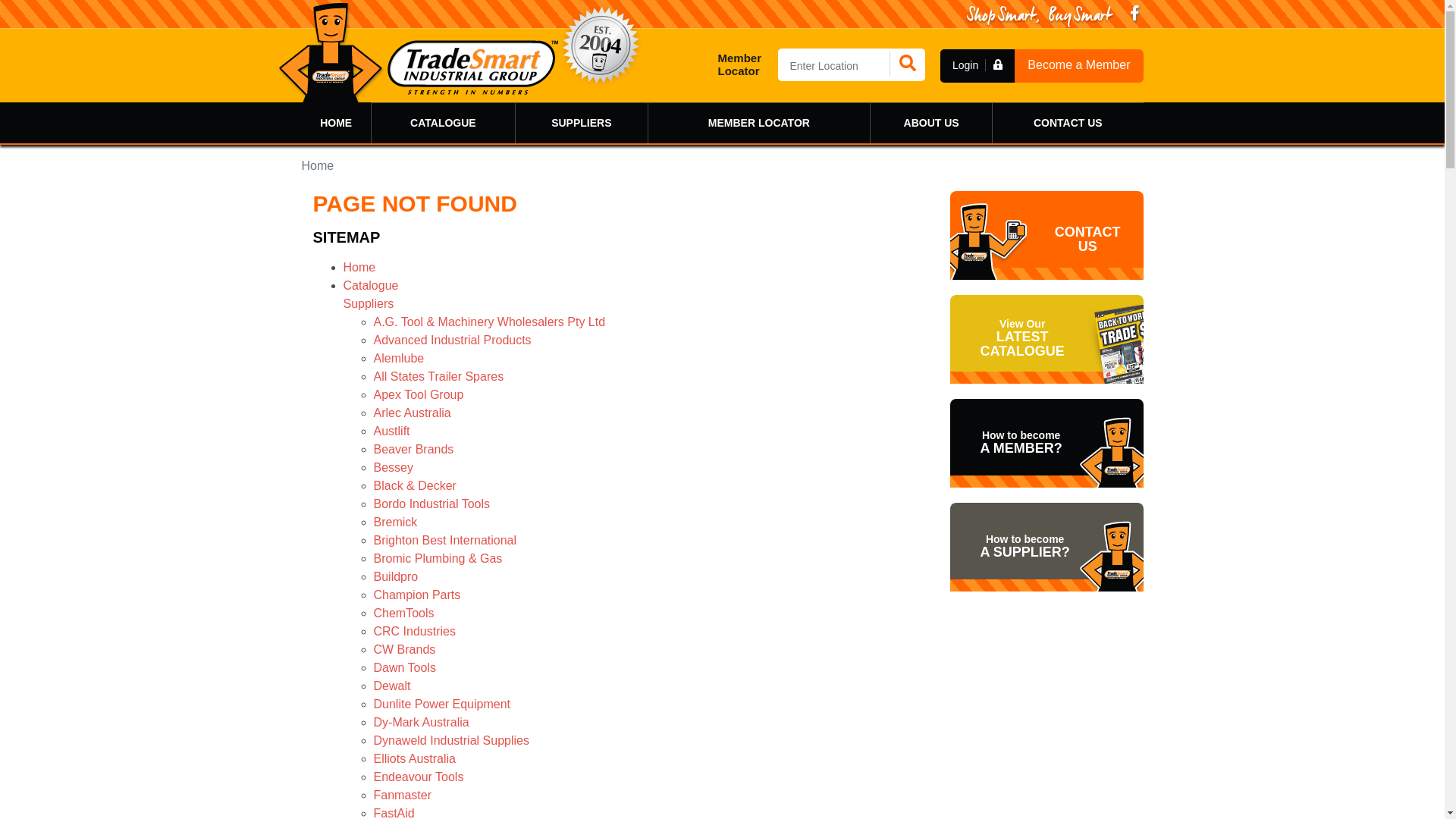  Describe the element at coordinates (335, 122) in the screenshot. I see `'HOME'` at that location.